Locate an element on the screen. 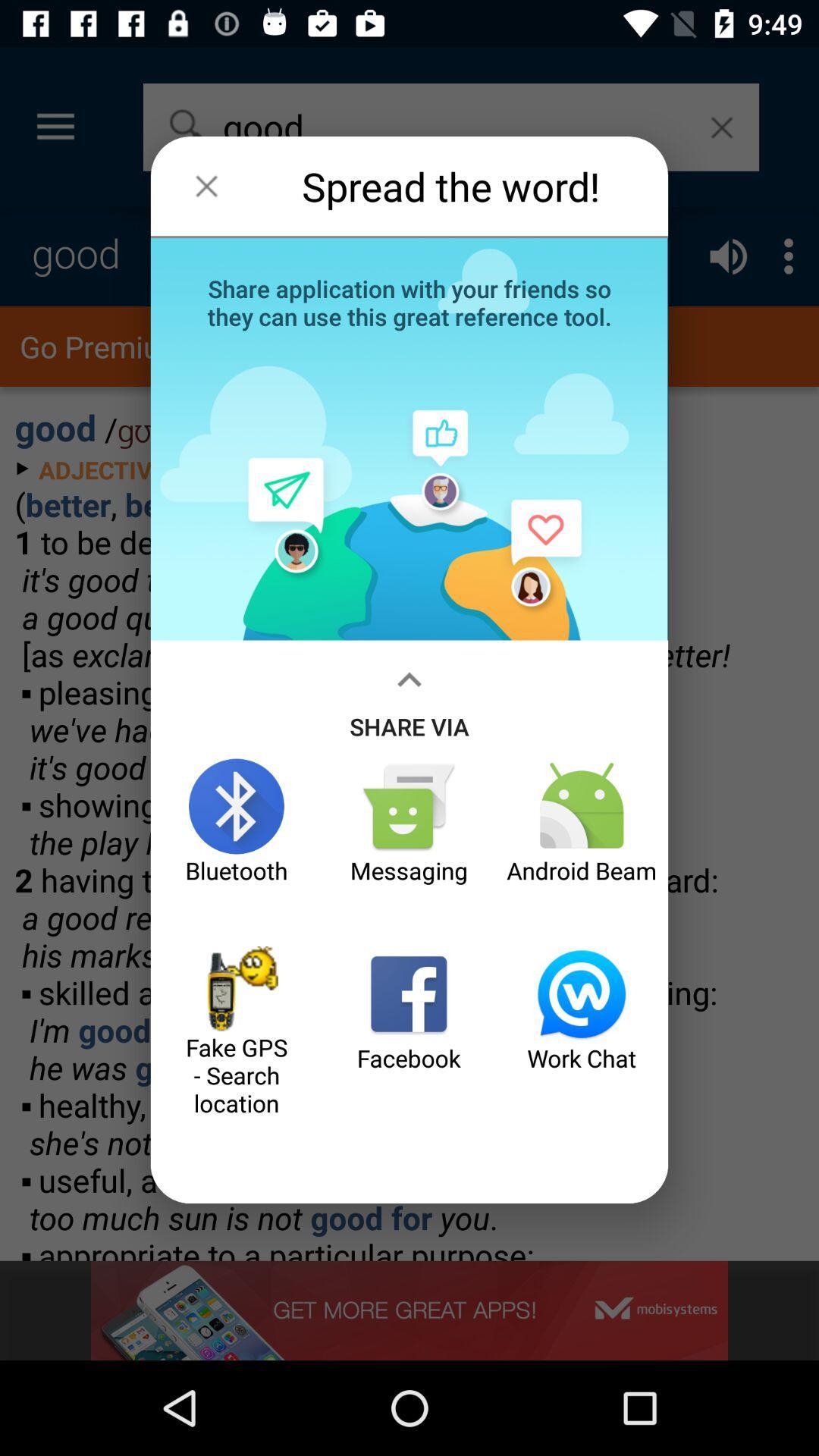 Image resolution: width=819 pixels, height=1456 pixels. the item at the top left corner is located at coordinates (206, 185).